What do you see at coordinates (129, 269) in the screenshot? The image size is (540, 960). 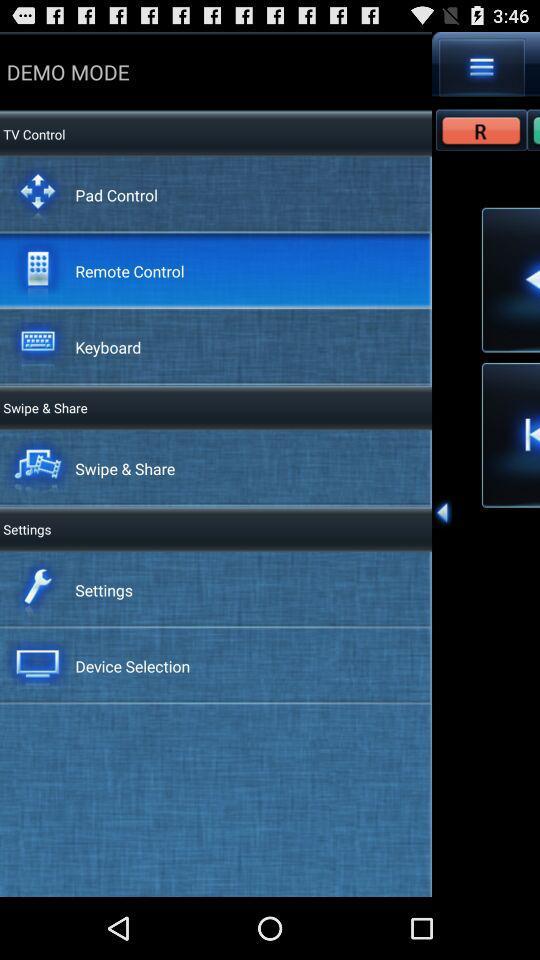 I see `the remote control app` at bounding box center [129, 269].